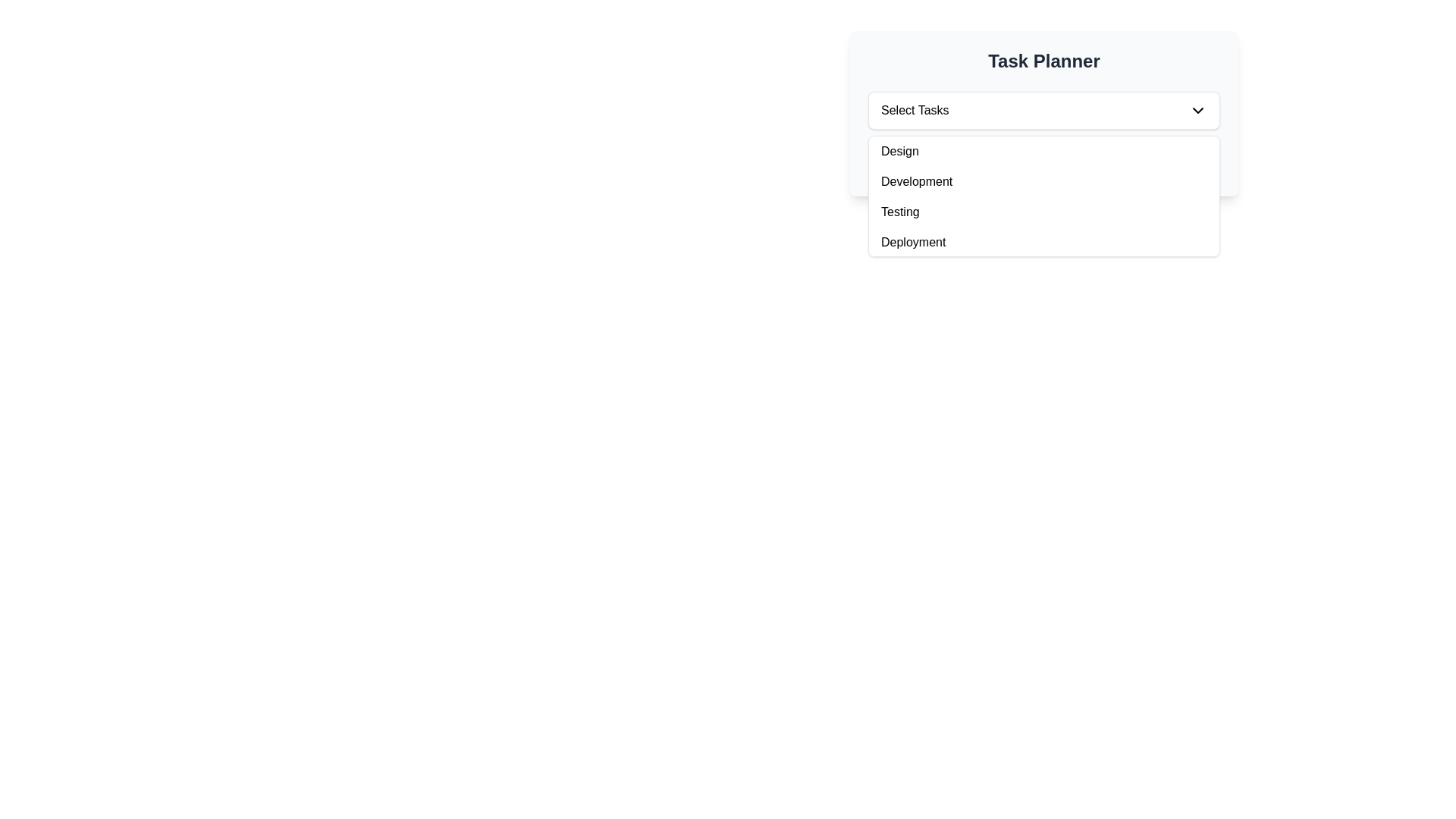  Describe the element at coordinates (914, 110) in the screenshot. I see `the 'Select Tasks' text label which is prominently displayed at the top of the dropdown selection field` at that location.